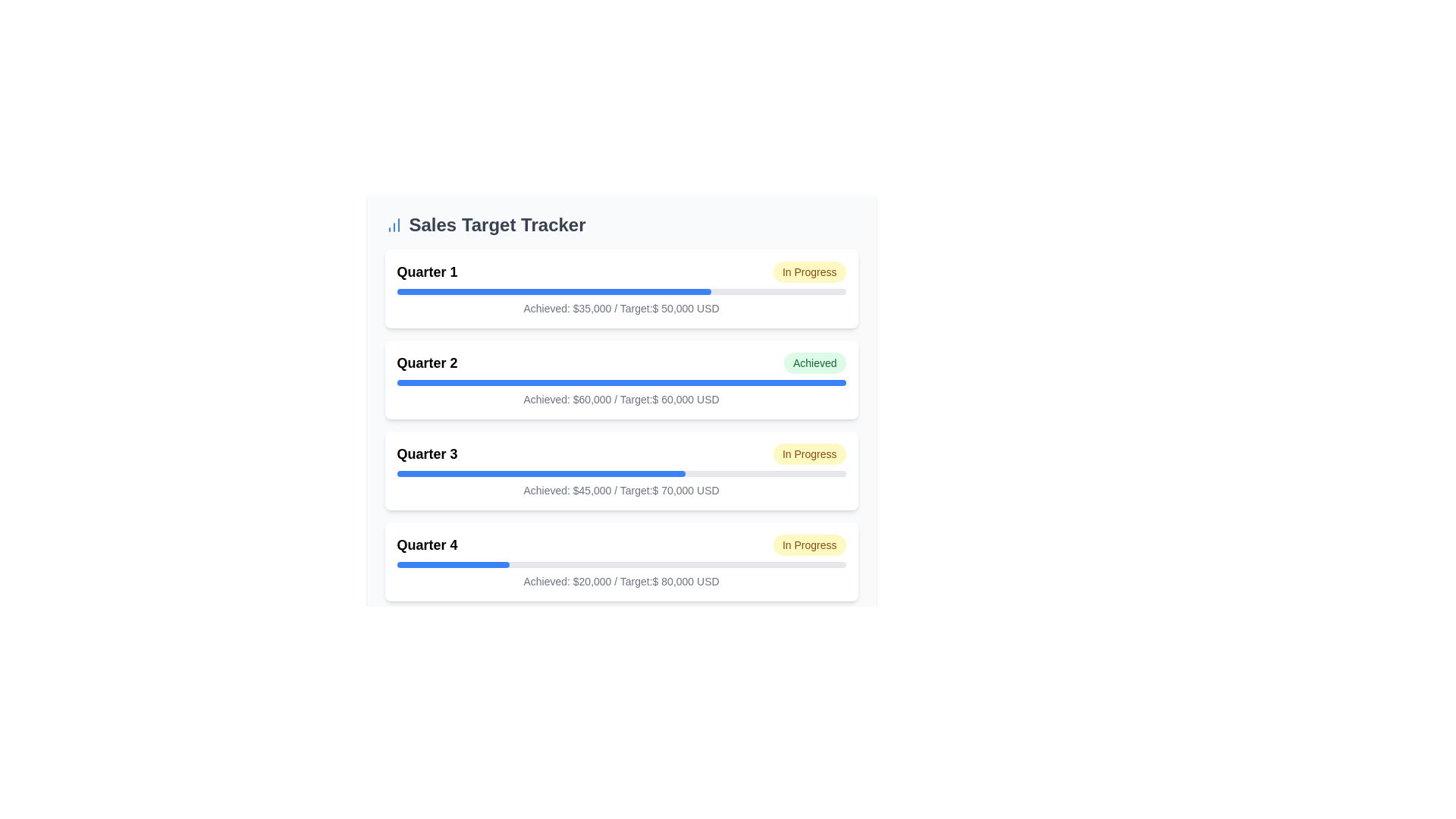 The image size is (1456, 819). I want to click on the first card in the 'Sales Target Tracker' section that displays the tracking progress for Quarter 1, so click(621, 289).